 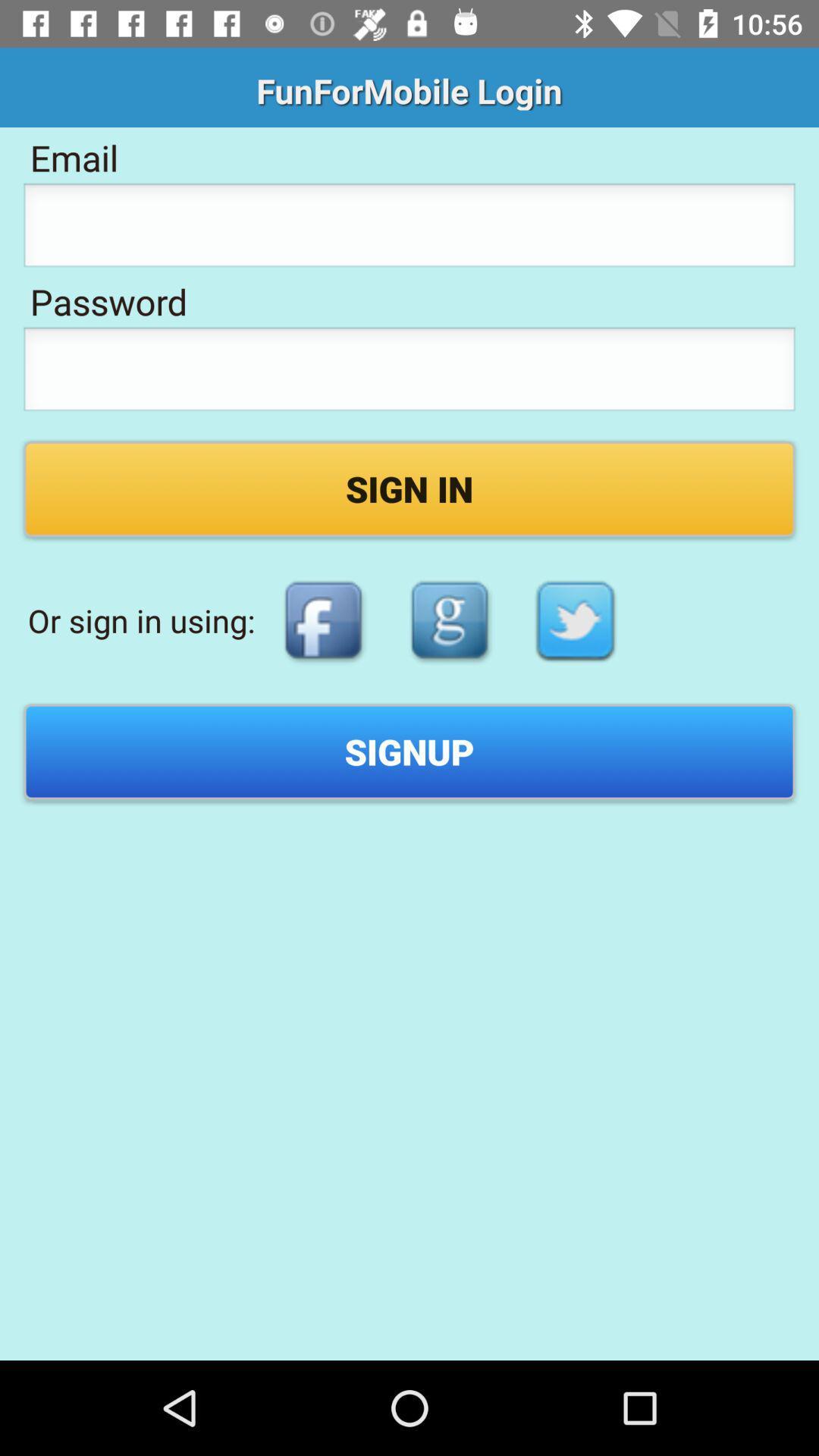 What do you see at coordinates (576, 620) in the screenshot?
I see `the item above the signup item` at bounding box center [576, 620].